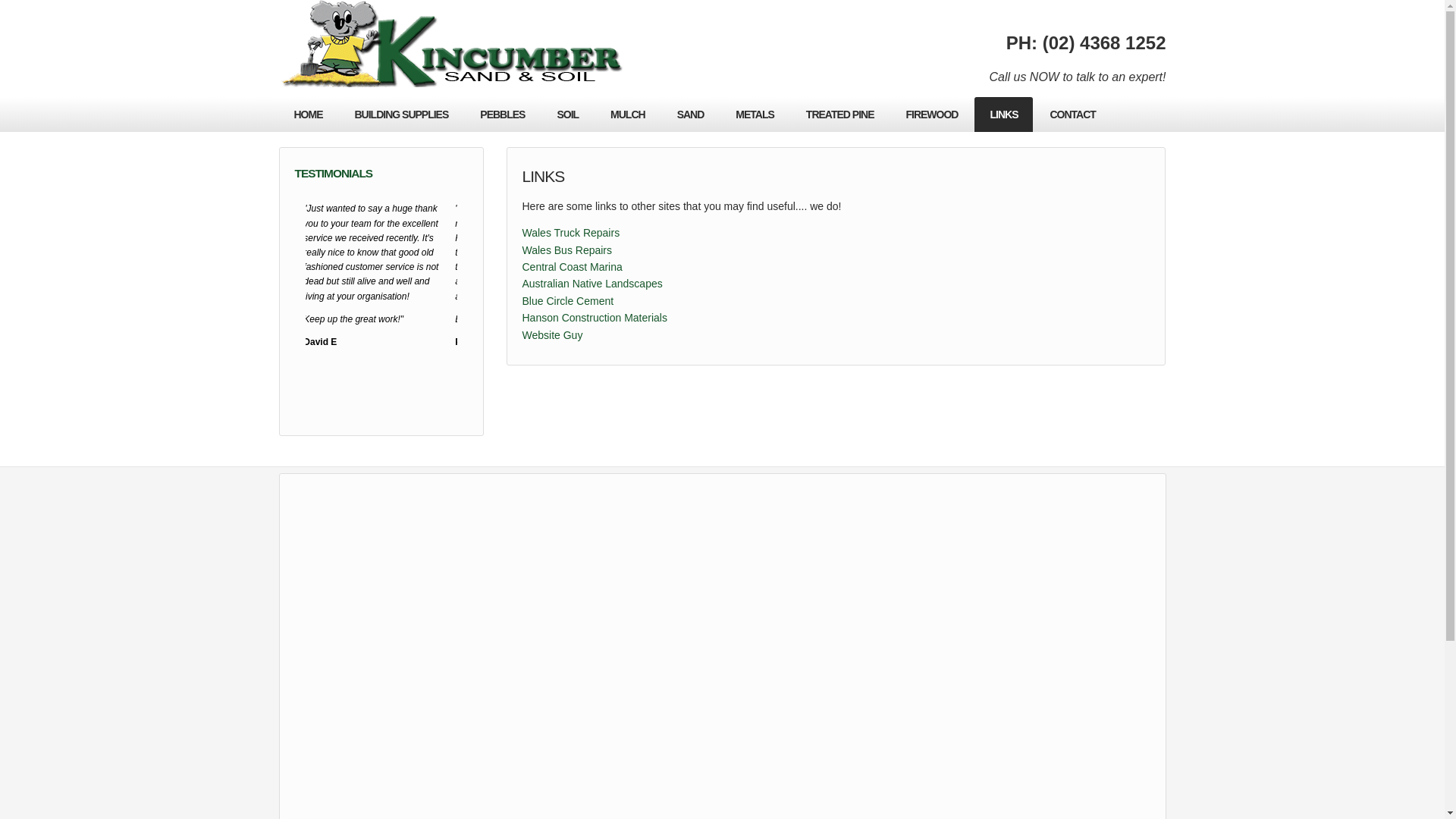  Describe the element at coordinates (566, 301) in the screenshot. I see `'Blue Circle Cement'` at that location.